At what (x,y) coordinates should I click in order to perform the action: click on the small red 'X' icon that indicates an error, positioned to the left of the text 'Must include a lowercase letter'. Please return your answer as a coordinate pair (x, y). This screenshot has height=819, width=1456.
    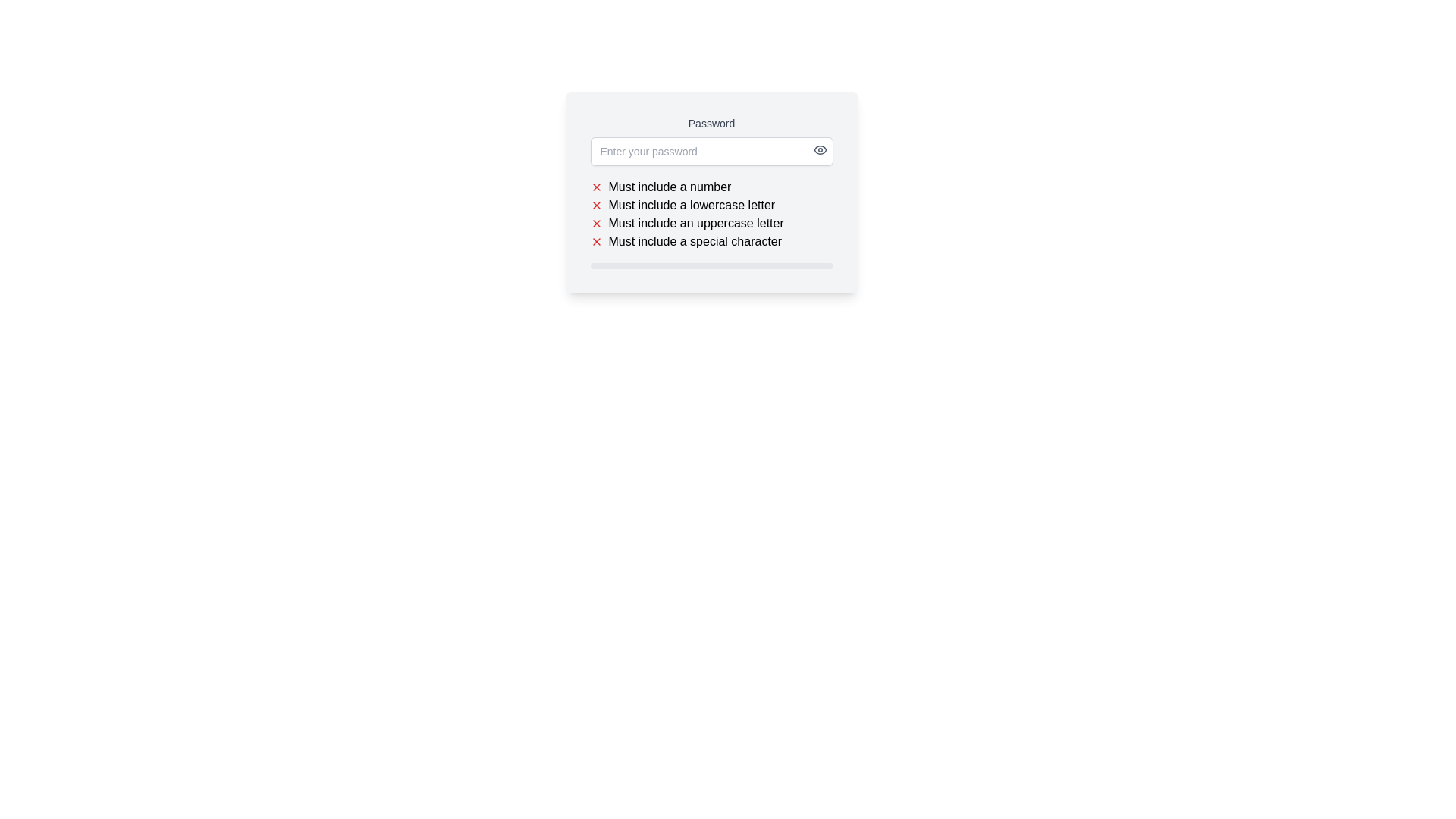
    Looking at the image, I should click on (595, 205).